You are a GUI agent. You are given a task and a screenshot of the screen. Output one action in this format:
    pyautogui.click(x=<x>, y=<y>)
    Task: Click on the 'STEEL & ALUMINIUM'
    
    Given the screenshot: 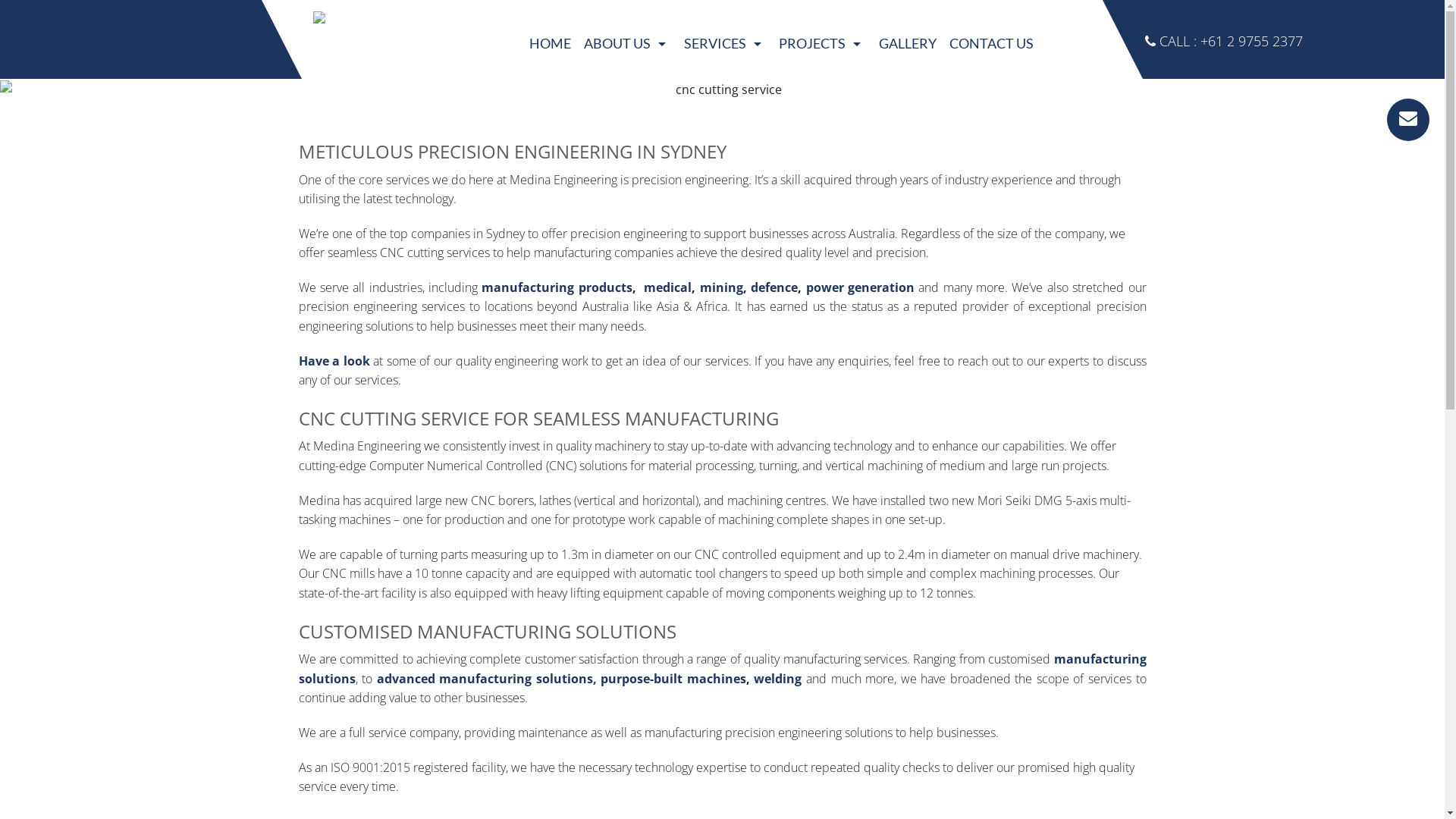 What is the action you would take?
    pyautogui.click(x=772, y=294)
    